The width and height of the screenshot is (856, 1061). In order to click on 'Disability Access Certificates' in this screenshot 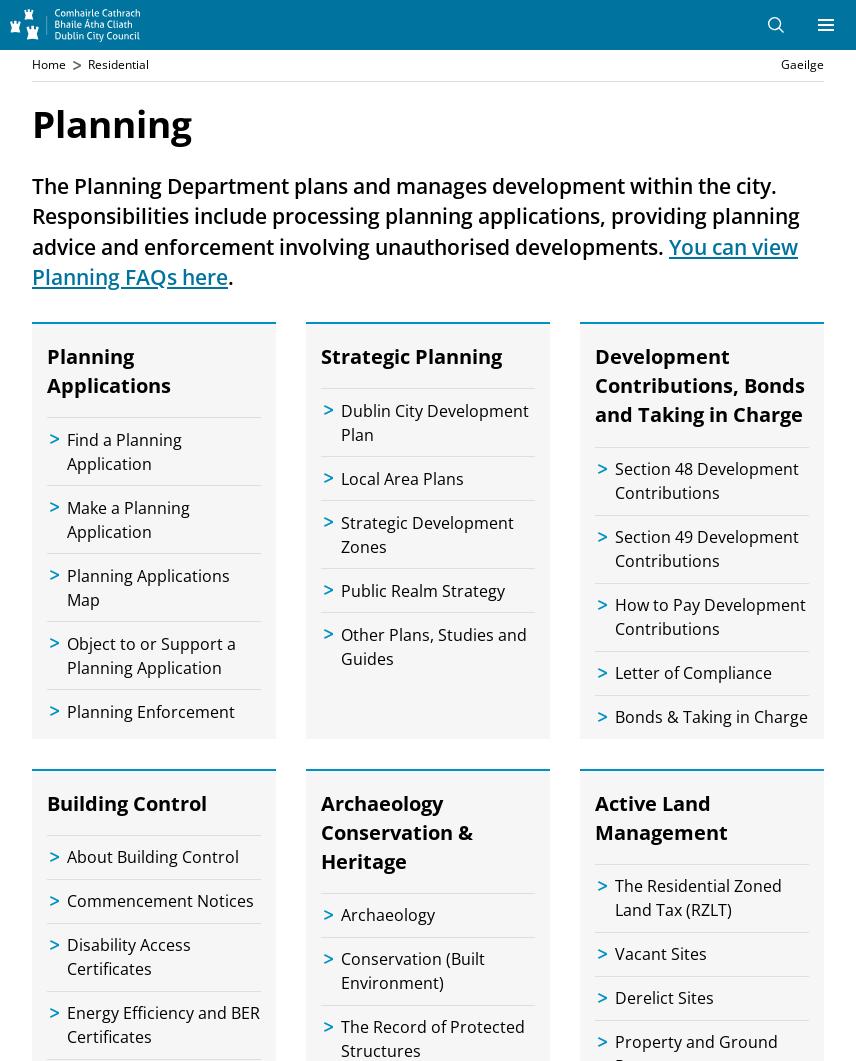, I will do `click(127, 956)`.